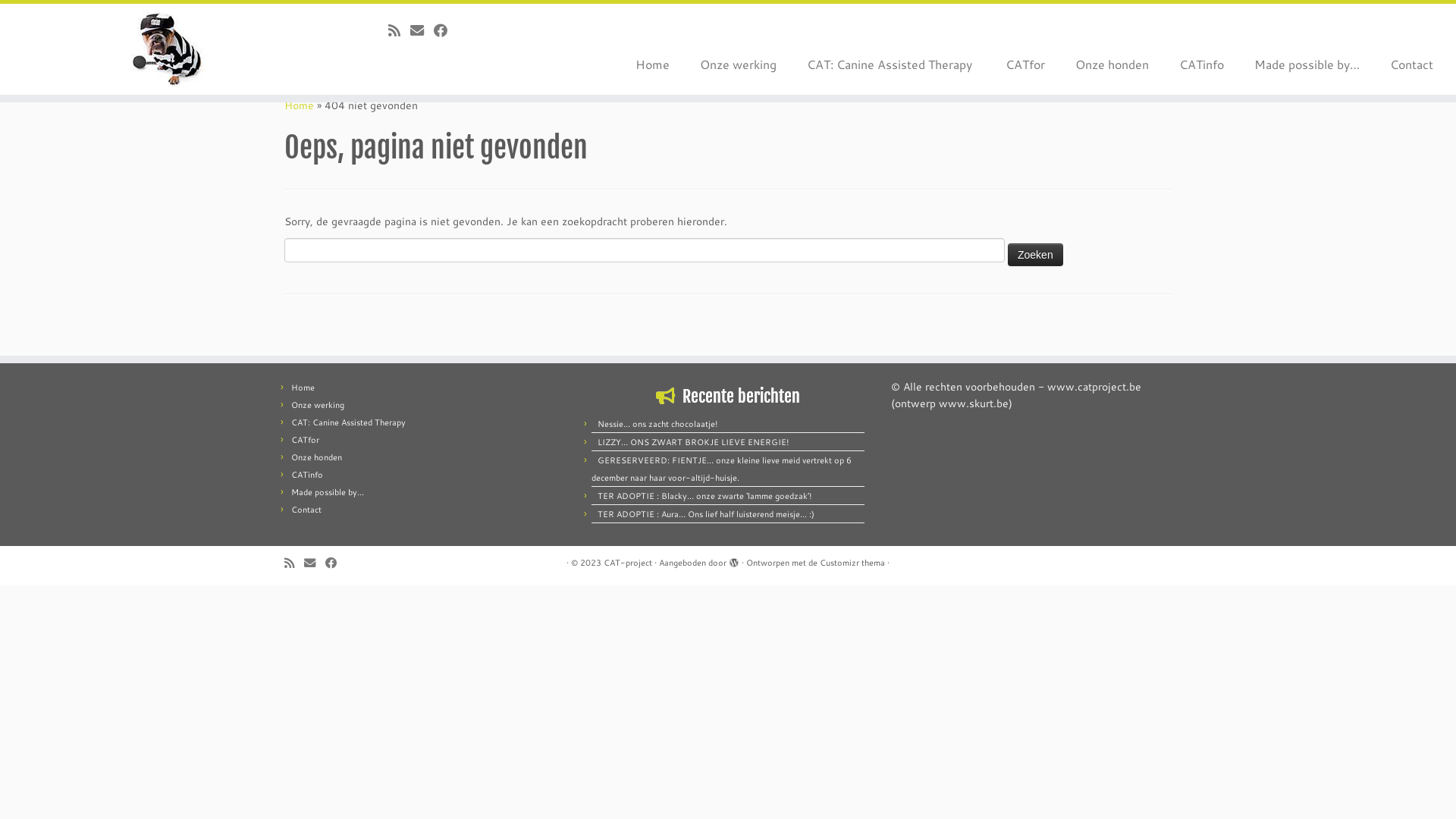 This screenshot has height=819, width=1456. Describe the element at coordinates (422, 30) in the screenshot. I see `'E-mail'` at that location.